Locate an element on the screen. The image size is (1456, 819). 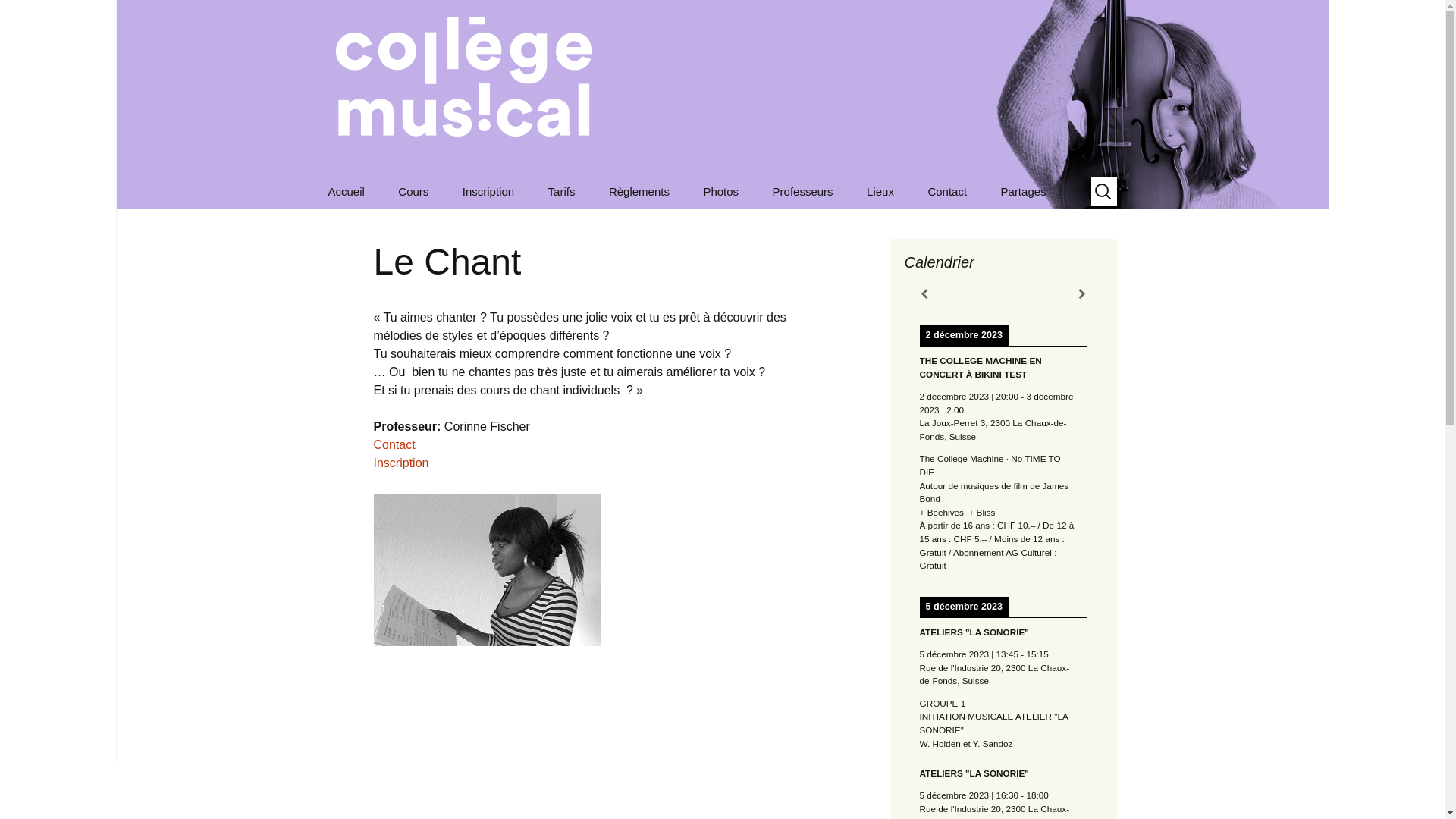
'Suiv.' is located at coordinates (1080, 294).